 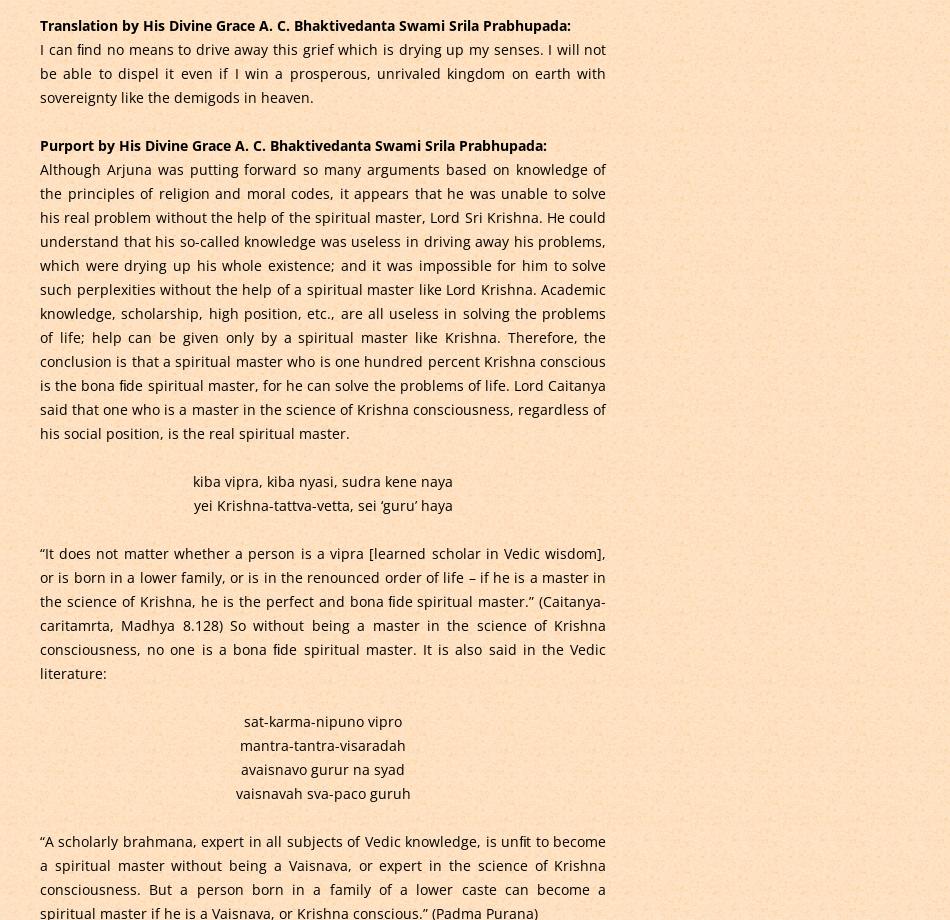 What do you see at coordinates (321, 300) in the screenshot?
I see `'Although Arjuna was putting forward so many arguments based on knowledge of the principles of religion and moral codes, it appears that he was unable to solve his real problem without the help of the spiritual master, Lord Sri Krishna. He could understand that his so-called knowledge was useless in driving away his problems, which were drying up his whole existence; and it was impossible for him to solve such perplexities without the help of a spiritual master like Lord Krishna. Academic knowledge, scholarship, high position, etc., are all useless in solving the problems of life; help can be given only by a spiritual master like Krishna. Therefore, the conclusion is that a spiritual master who is one hundred percent Krishna conscious is the bona ﬁde spiritual master, for he can solve the problems of life. Lord Caitanya said that one who is a master in the science of Krishna consciousness, regardless of his social position, is the real spiritual master.'` at bounding box center [321, 300].